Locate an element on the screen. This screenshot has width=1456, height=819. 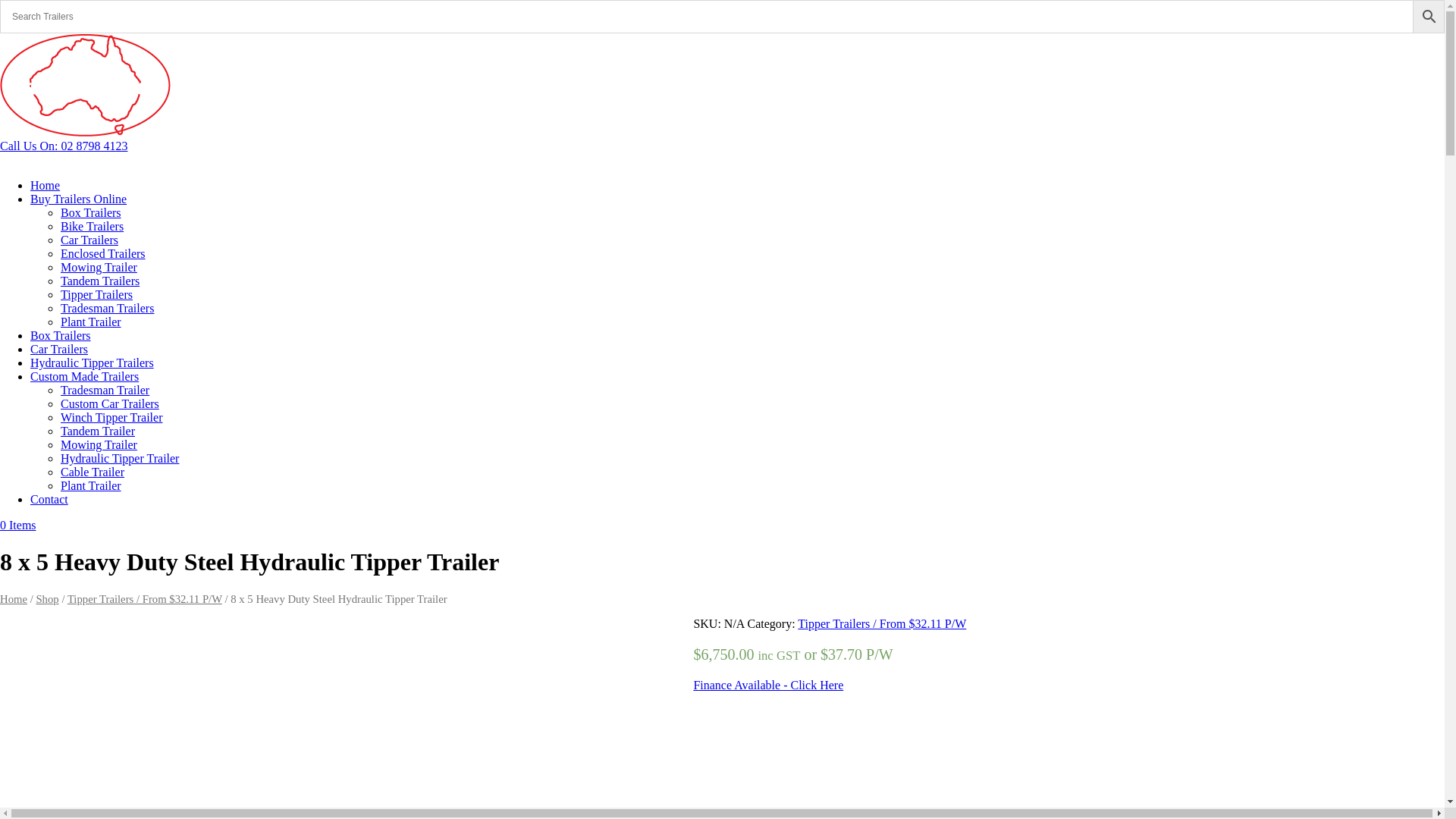
'Enclosed Trailers' is located at coordinates (102, 253).